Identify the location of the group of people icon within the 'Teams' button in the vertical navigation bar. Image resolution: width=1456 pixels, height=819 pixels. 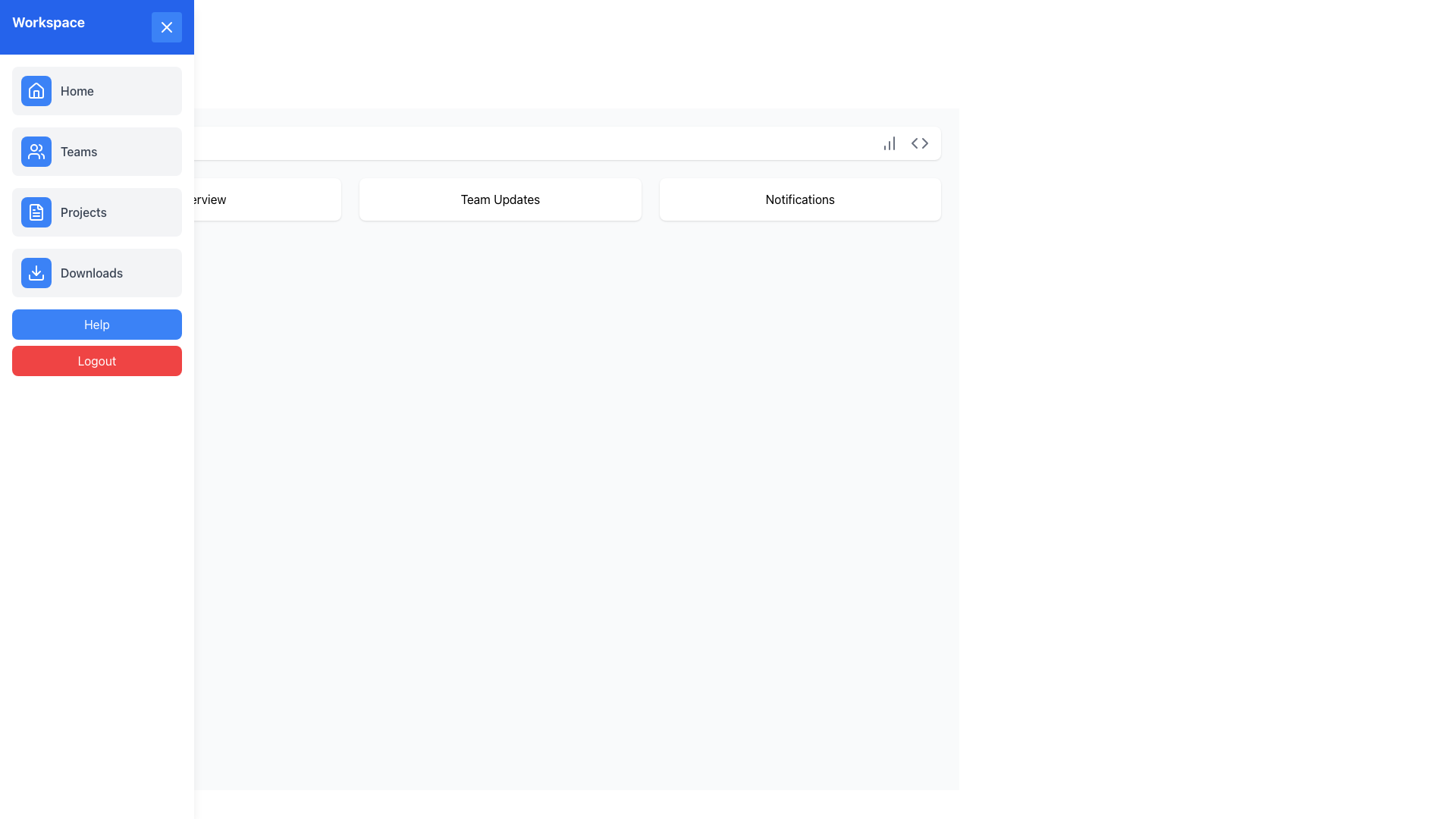
(36, 152).